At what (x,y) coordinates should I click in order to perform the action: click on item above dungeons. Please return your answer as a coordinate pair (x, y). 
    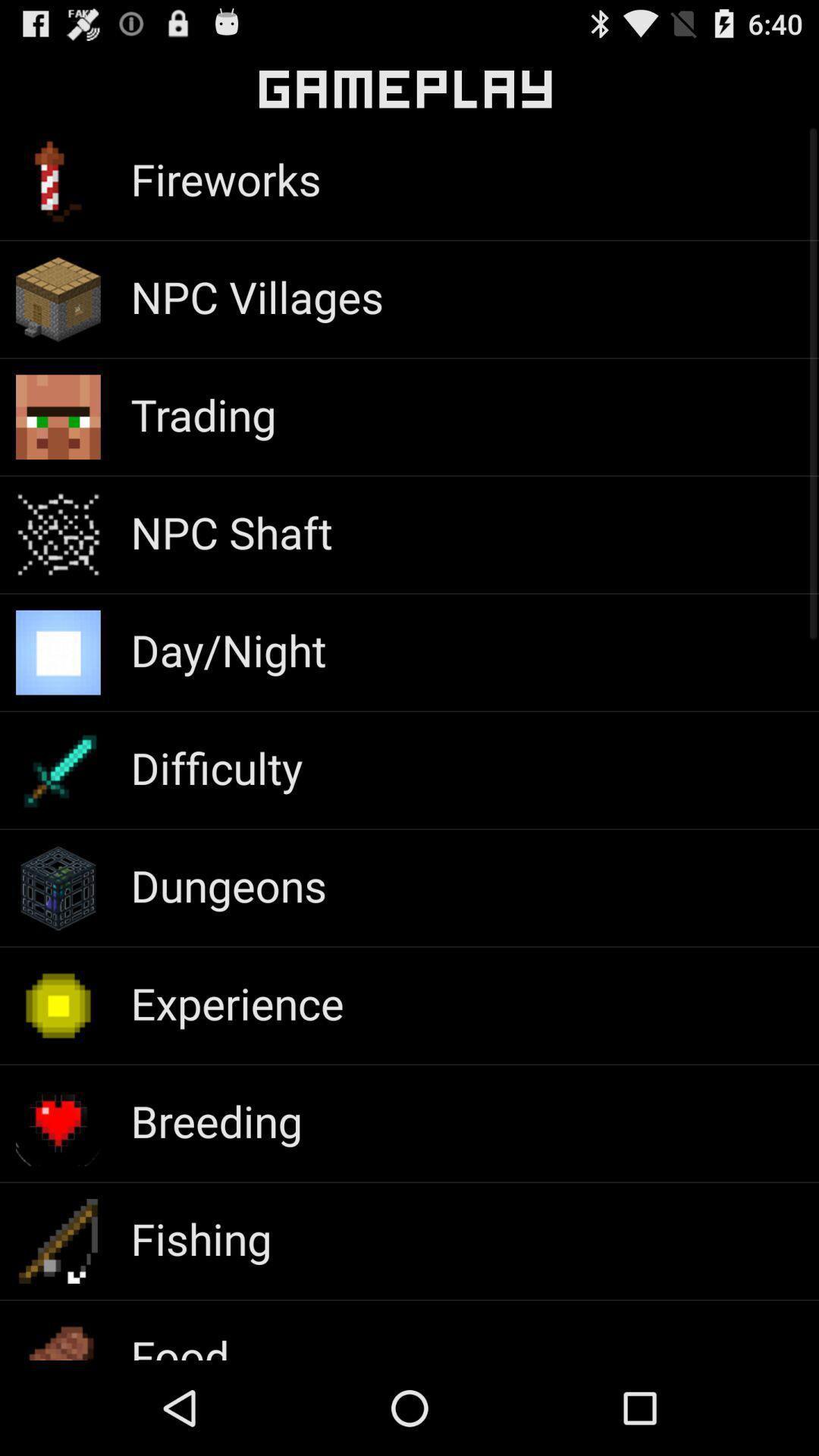
    Looking at the image, I should click on (216, 767).